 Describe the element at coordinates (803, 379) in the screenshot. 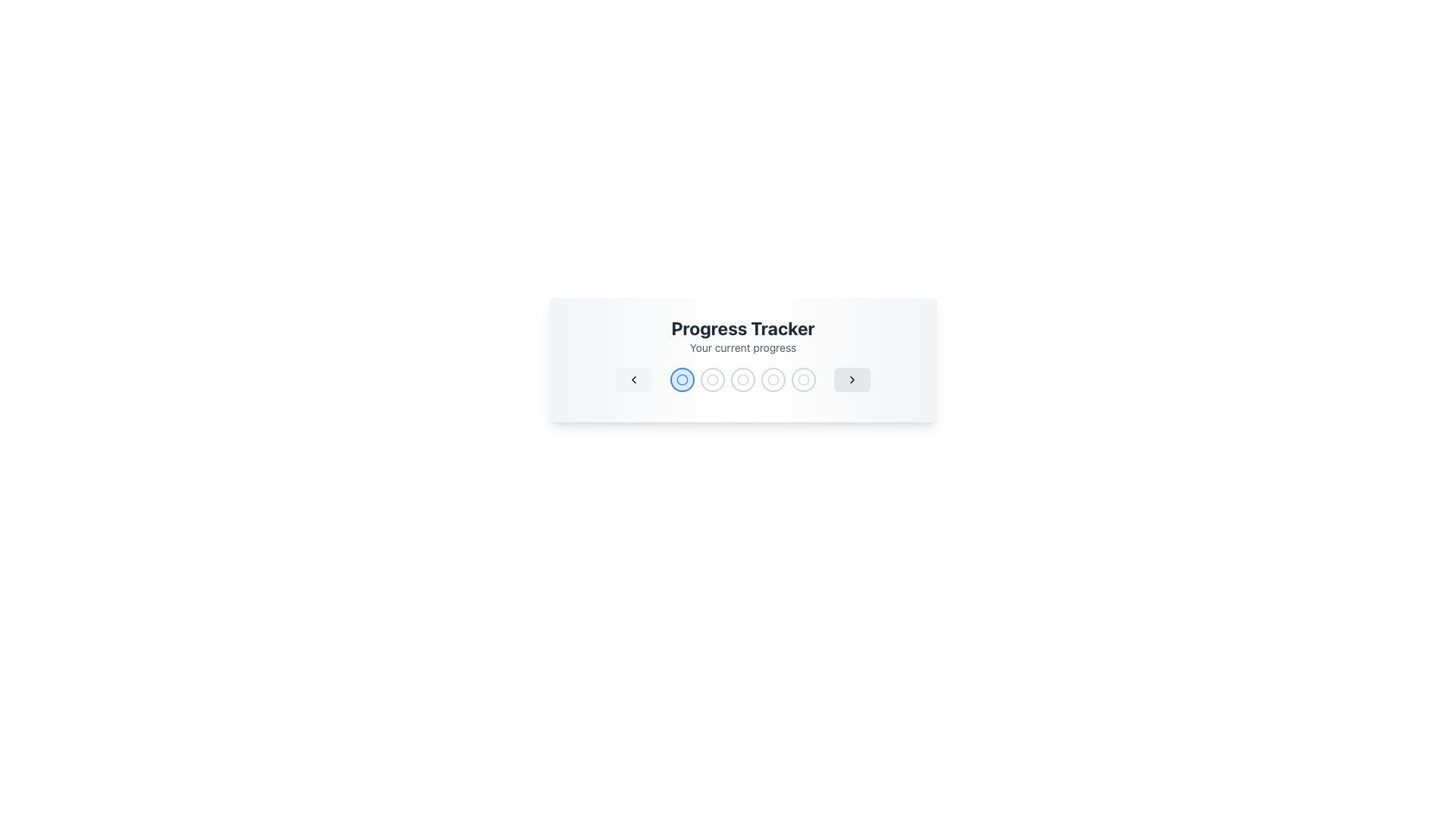

I see `the sixth Progress Indicator Dot in the multi-step process, located below the 'Progress Tracker' title` at that location.